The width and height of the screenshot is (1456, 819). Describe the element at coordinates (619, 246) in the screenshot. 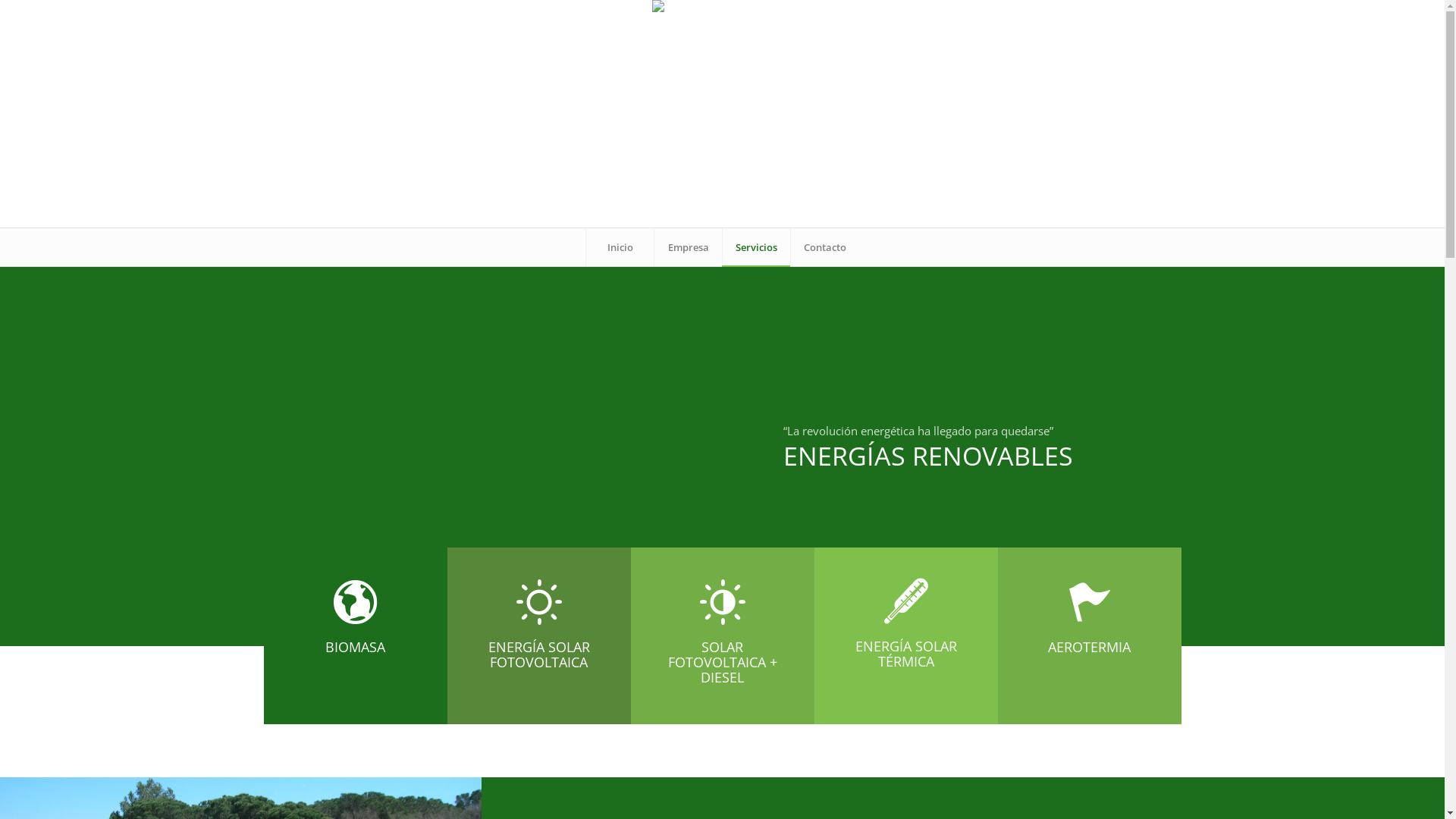

I see `'Inicio'` at that location.